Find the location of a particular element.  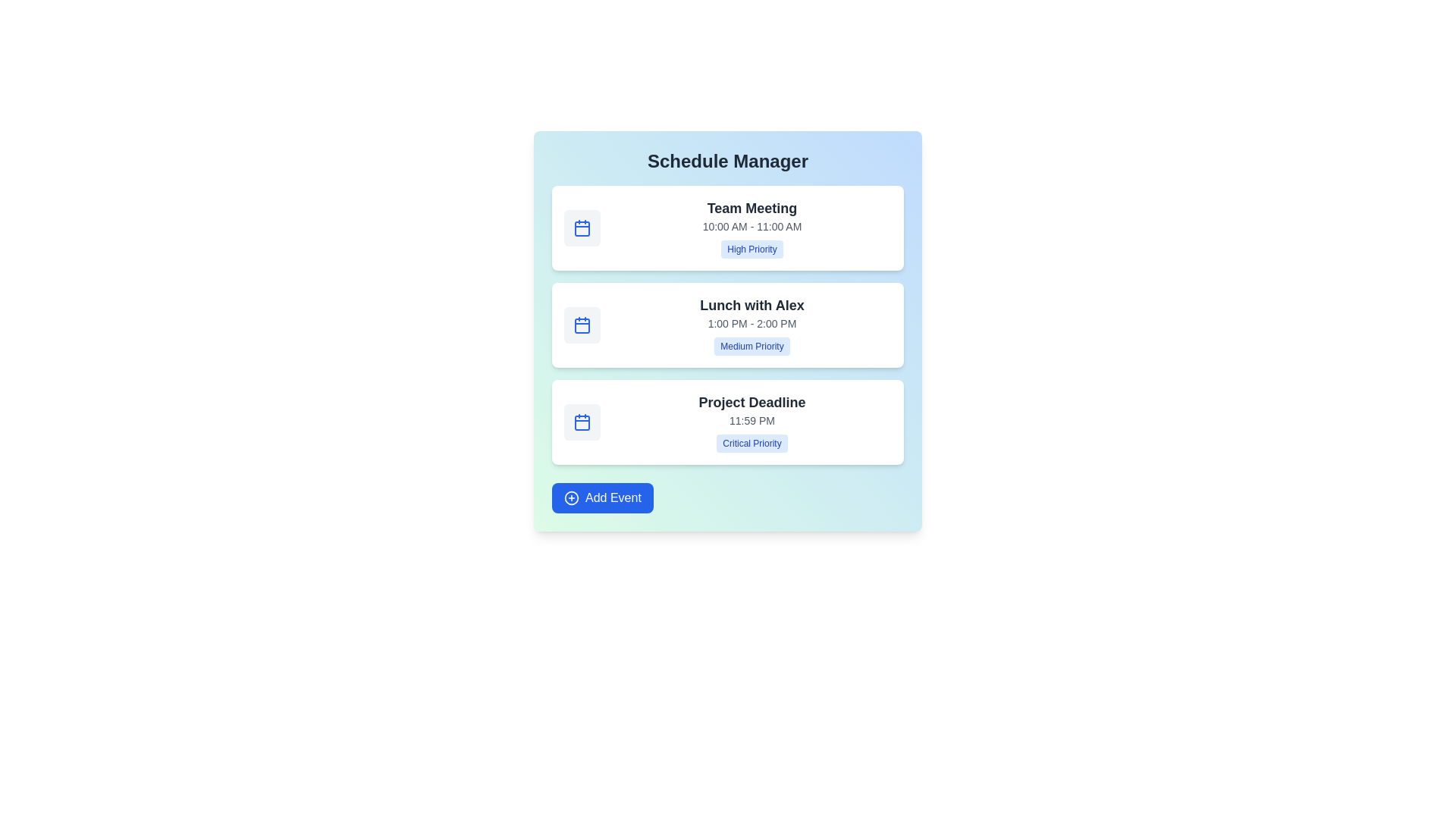

the calendar icon for the event 'Team Meeting' is located at coordinates (582, 227).